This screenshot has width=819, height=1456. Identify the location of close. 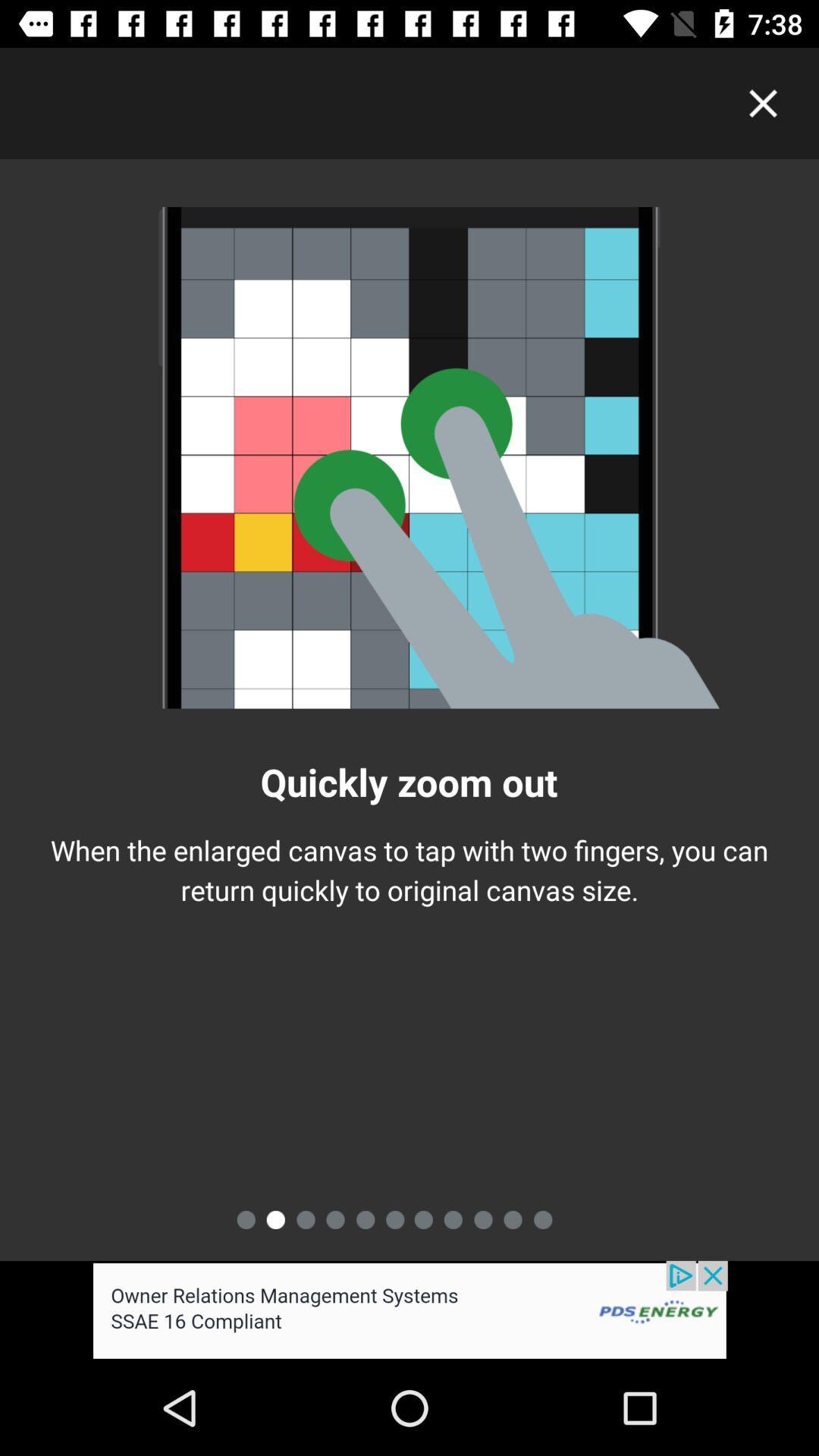
(763, 102).